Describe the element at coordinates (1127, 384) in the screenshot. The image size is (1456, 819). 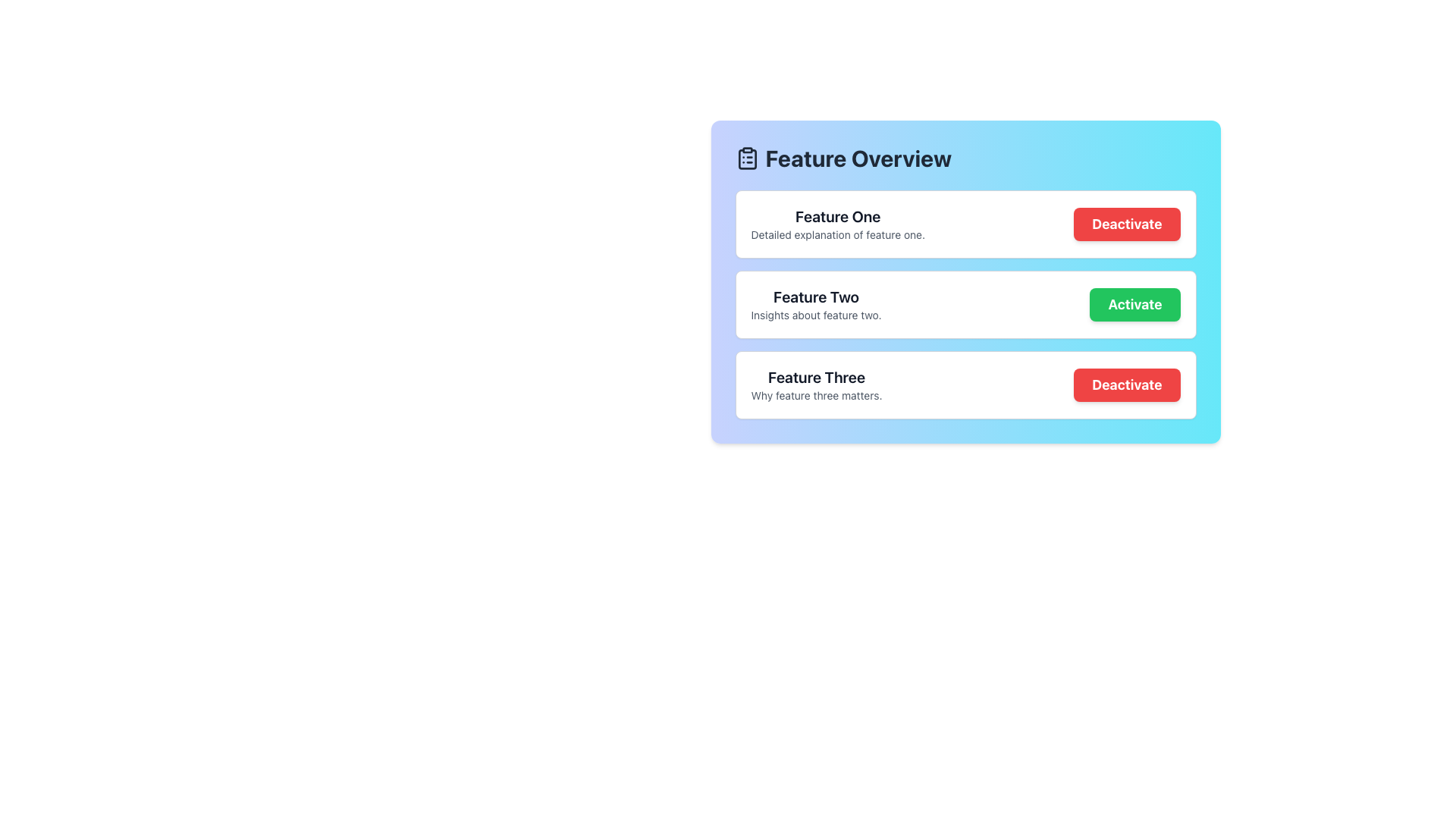
I see `the button in the 'Feature Three' card` at that location.